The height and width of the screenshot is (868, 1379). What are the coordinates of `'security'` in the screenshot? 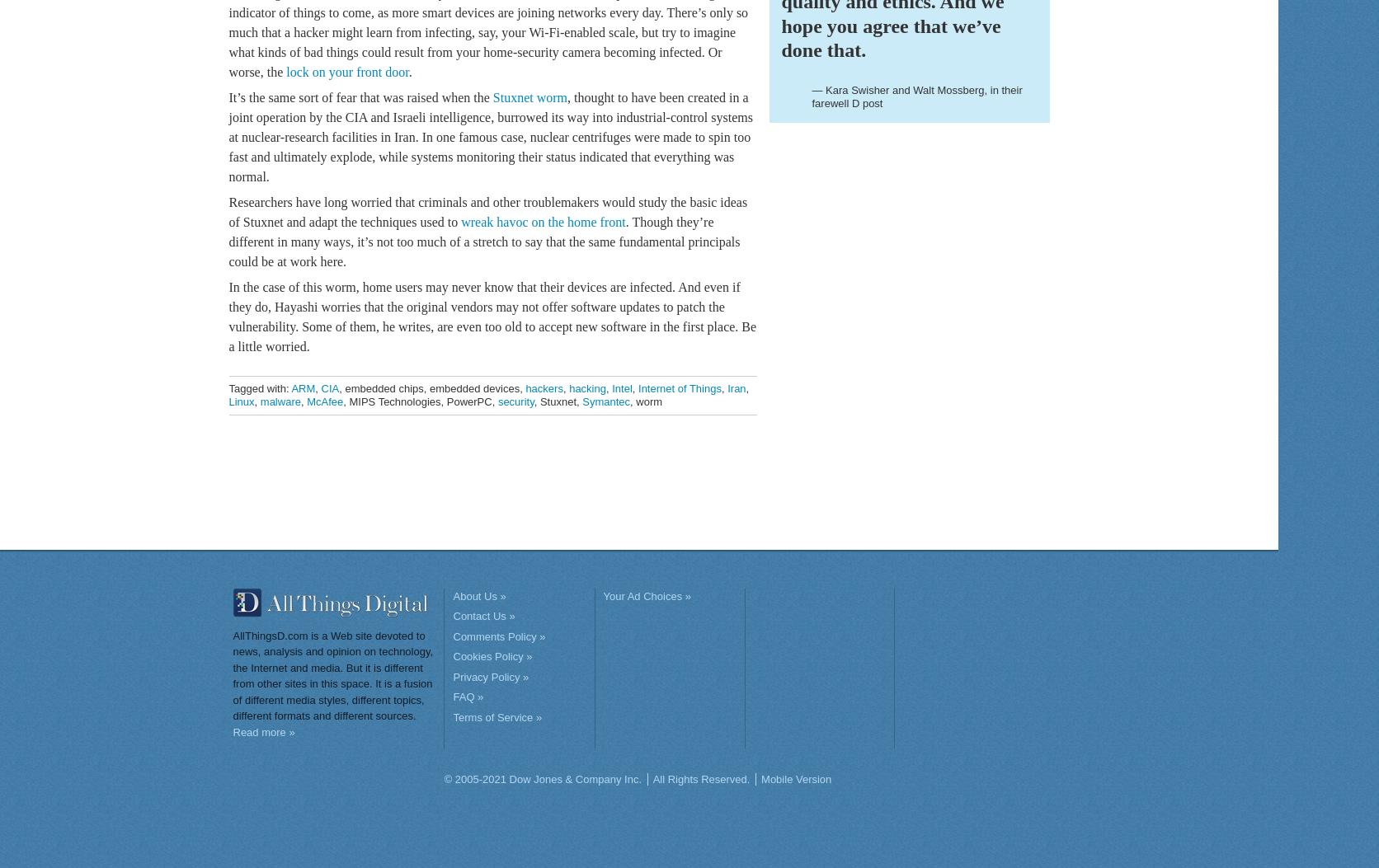 It's located at (514, 401).